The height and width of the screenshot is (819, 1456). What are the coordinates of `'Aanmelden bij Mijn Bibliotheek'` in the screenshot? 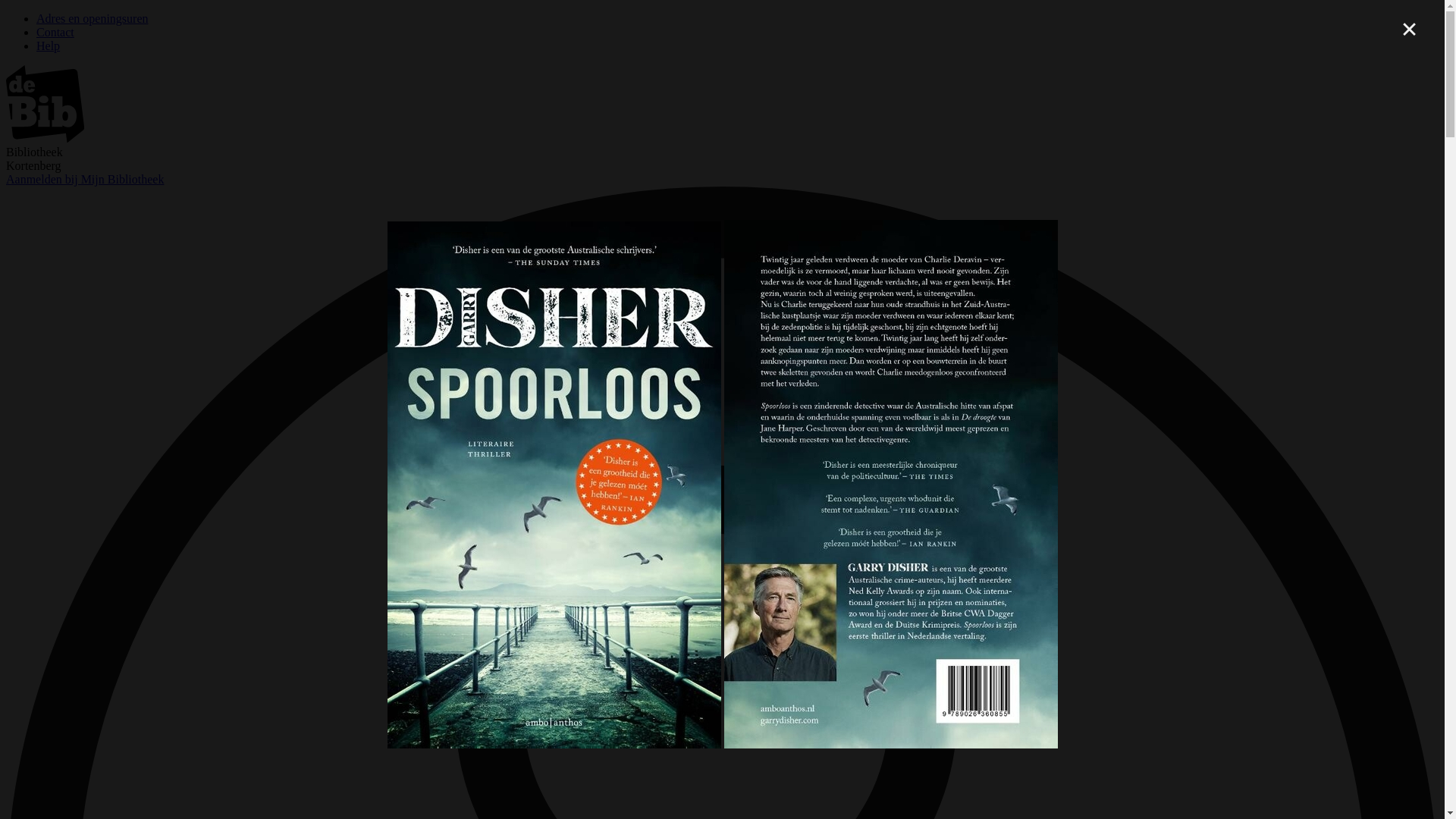 It's located at (83, 178).